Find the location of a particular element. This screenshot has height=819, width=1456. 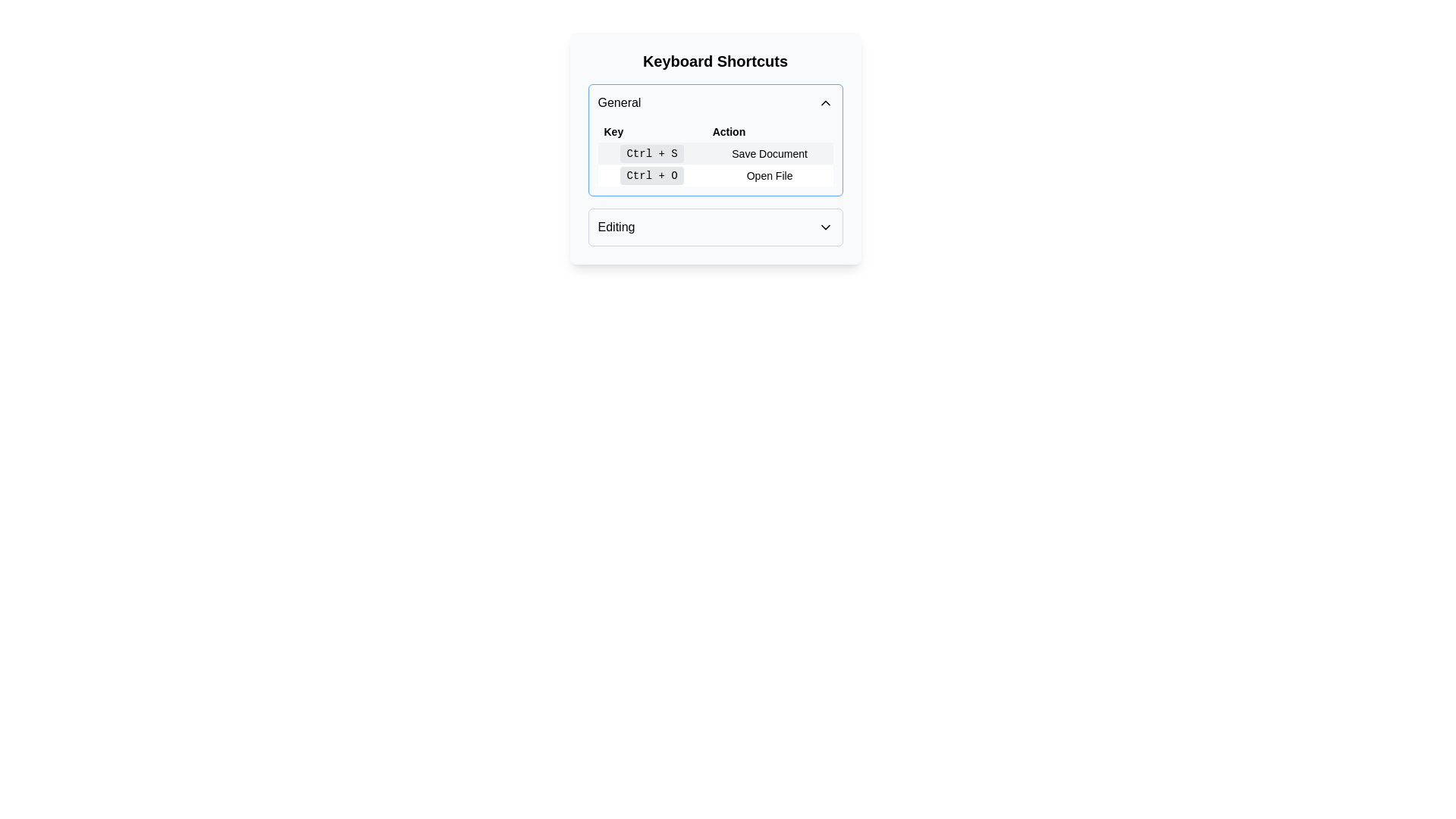

the text label with a gray background that contains the text 'Ctrl + S', which is the first entry in the 'Key' column of the table is located at coordinates (652, 154).